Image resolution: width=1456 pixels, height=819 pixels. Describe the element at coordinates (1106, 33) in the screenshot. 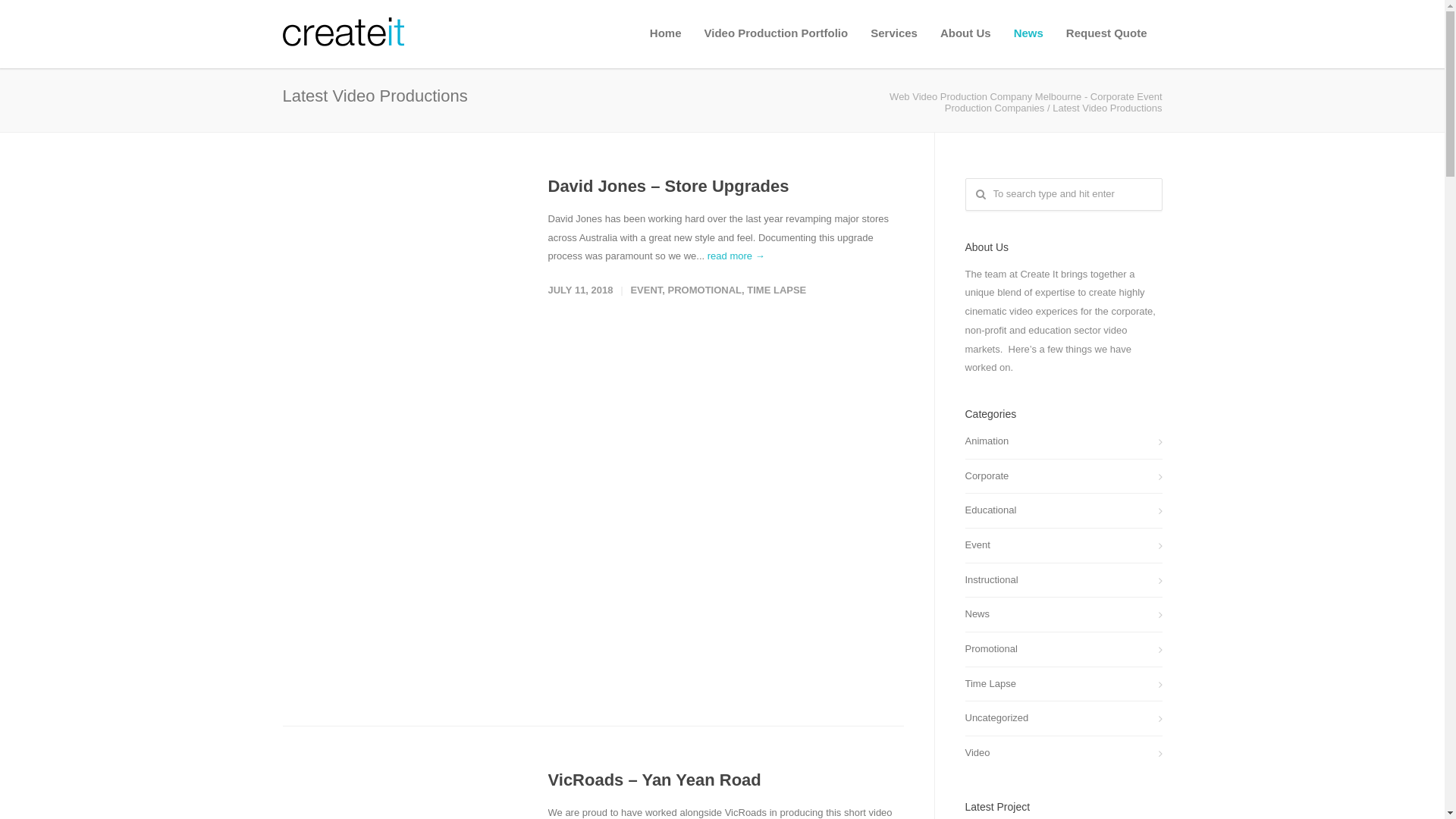

I see `'Request Quote'` at that location.